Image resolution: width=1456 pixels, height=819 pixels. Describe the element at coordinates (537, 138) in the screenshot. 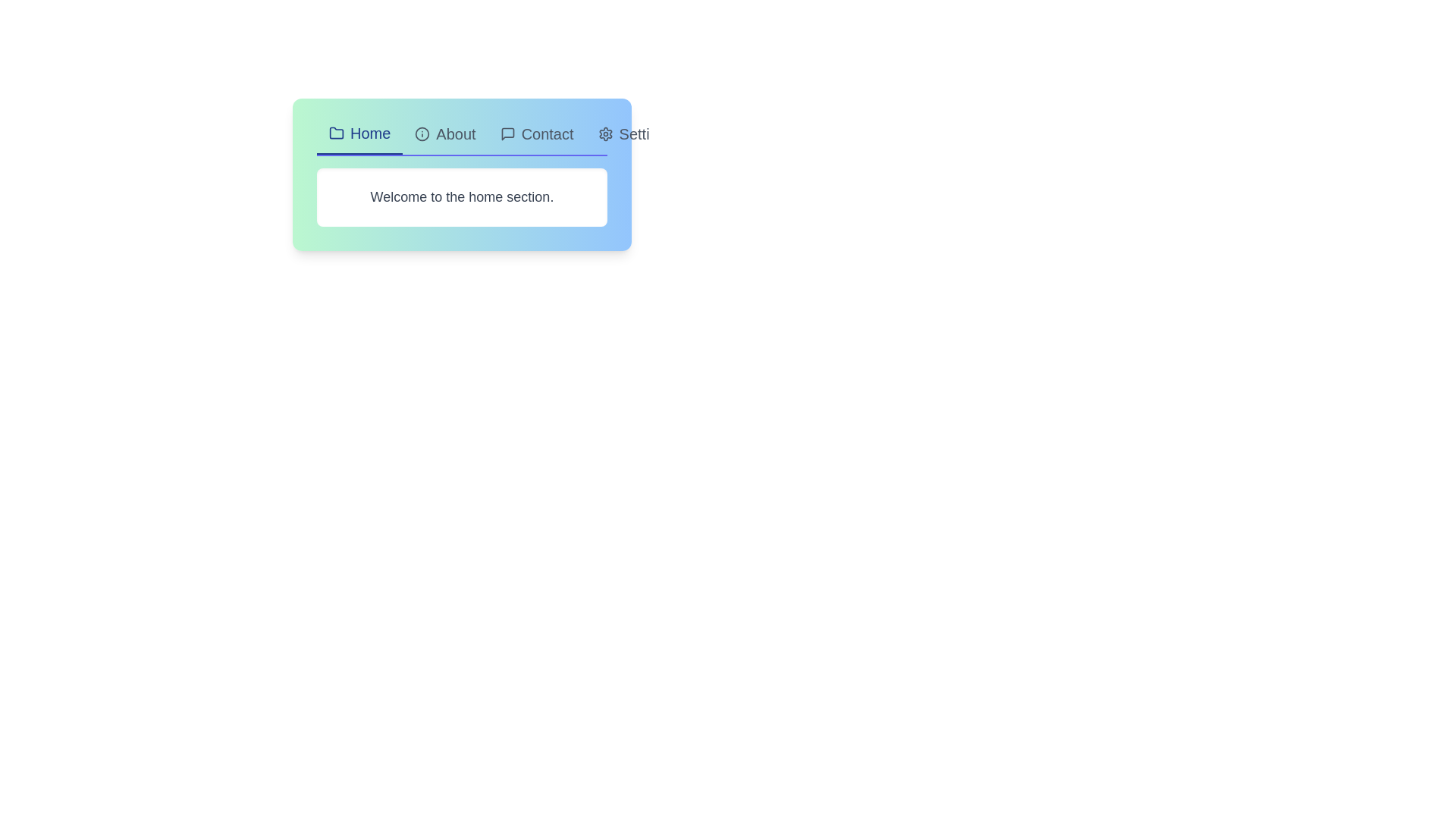

I see `the tab labeled Contact` at that location.